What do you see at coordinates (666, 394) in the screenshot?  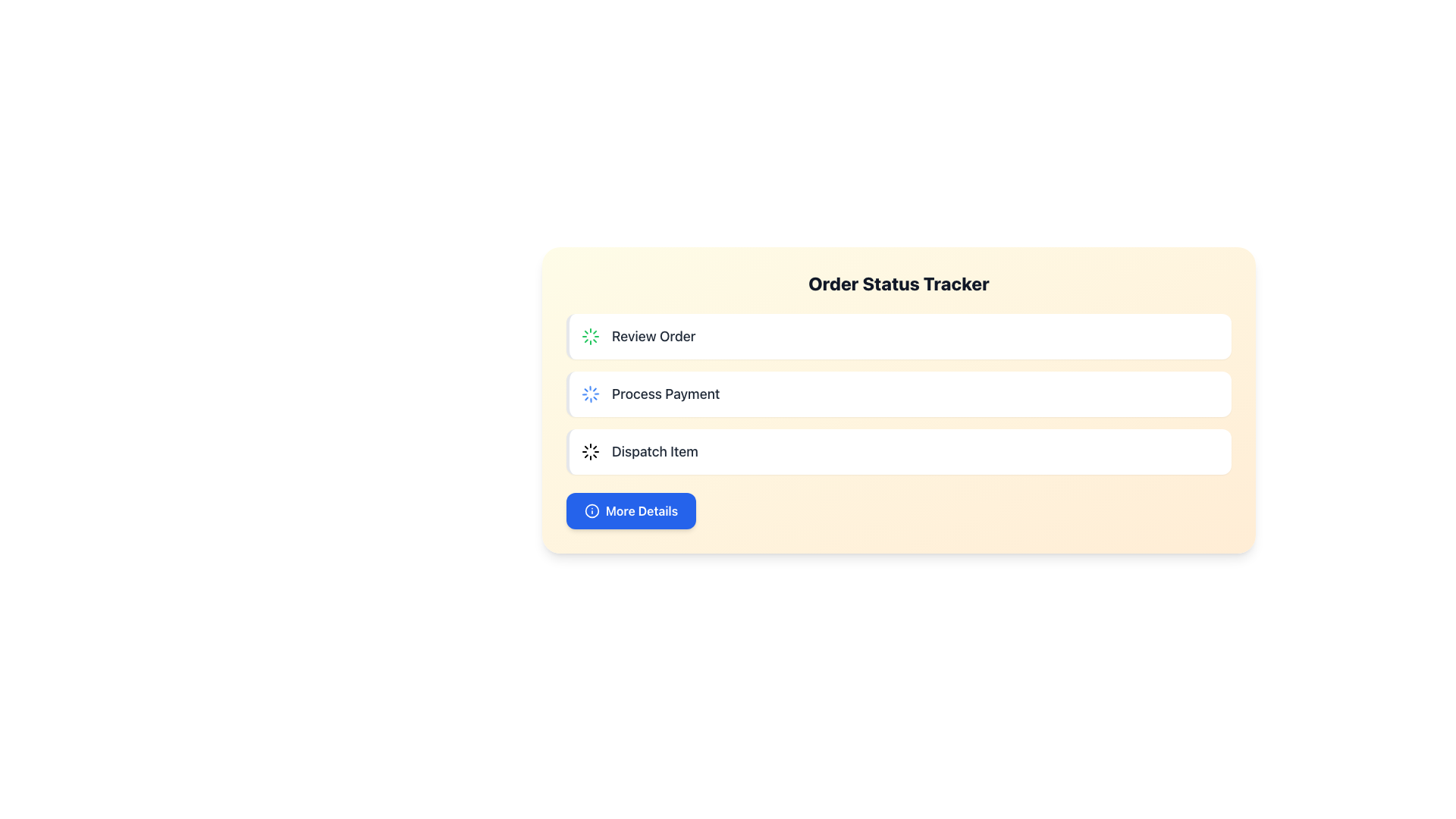 I see `the Text Label that indicates the action of processing a payment, positioned centrally below the 'Review Order' step and above the 'Dispatch Item' step in the process tracker` at bounding box center [666, 394].